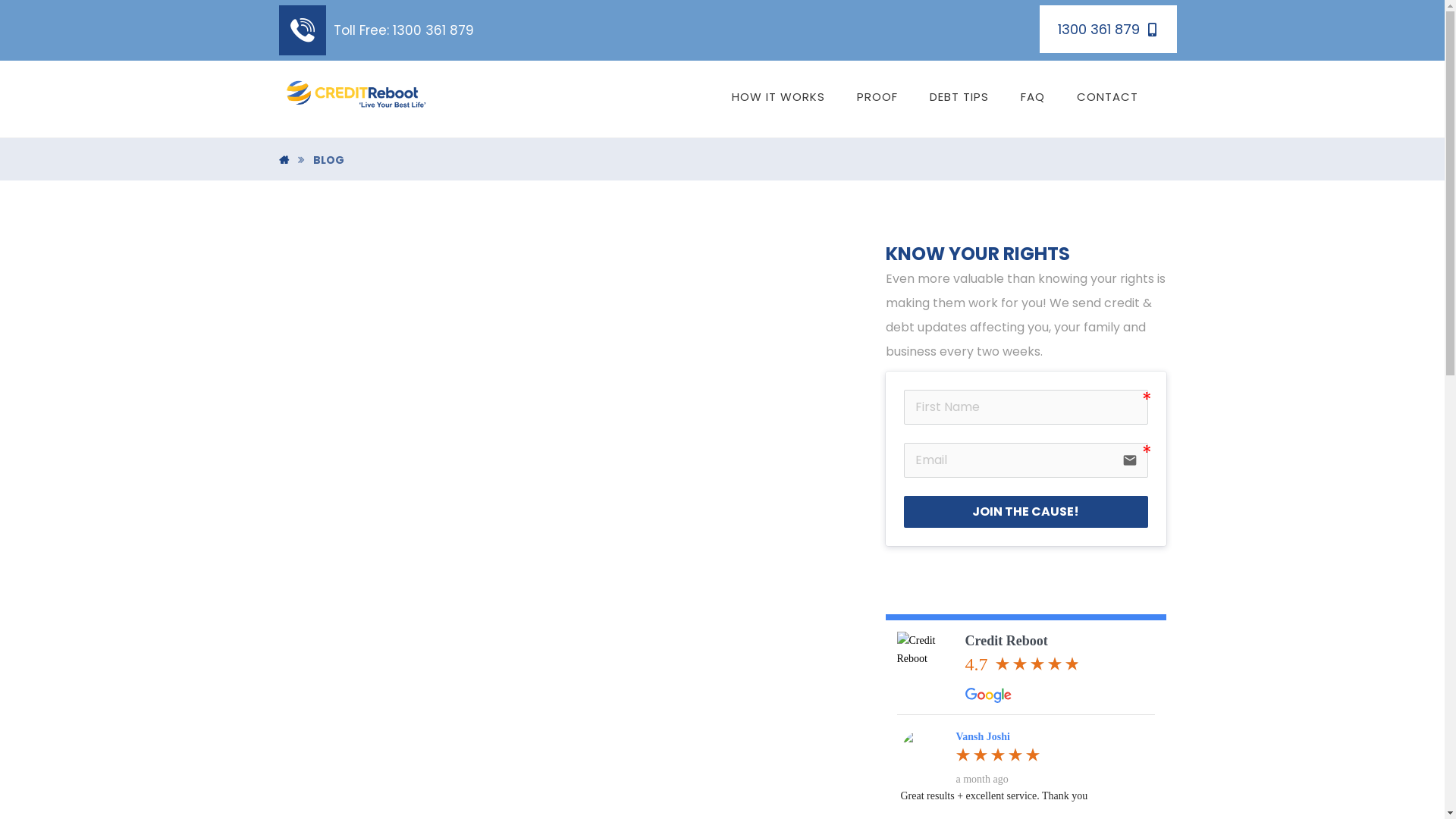 The image size is (1456, 819). I want to click on 'Credit Reboot', so click(964, 640).